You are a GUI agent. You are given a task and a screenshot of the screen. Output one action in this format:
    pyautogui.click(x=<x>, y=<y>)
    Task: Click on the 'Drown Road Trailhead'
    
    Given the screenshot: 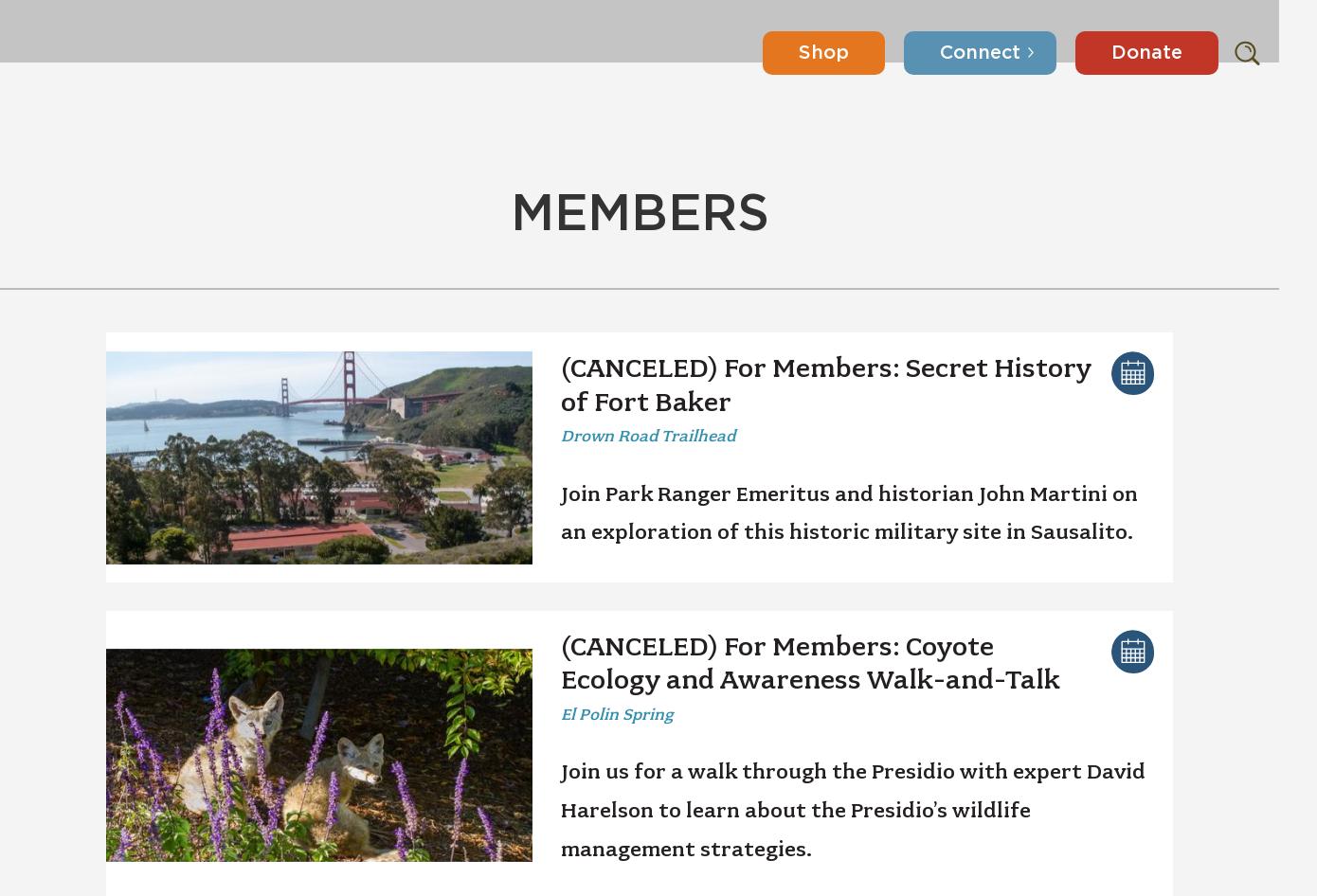 What is the action you would take?
    pyautogui.click(x=561, y=435)
    